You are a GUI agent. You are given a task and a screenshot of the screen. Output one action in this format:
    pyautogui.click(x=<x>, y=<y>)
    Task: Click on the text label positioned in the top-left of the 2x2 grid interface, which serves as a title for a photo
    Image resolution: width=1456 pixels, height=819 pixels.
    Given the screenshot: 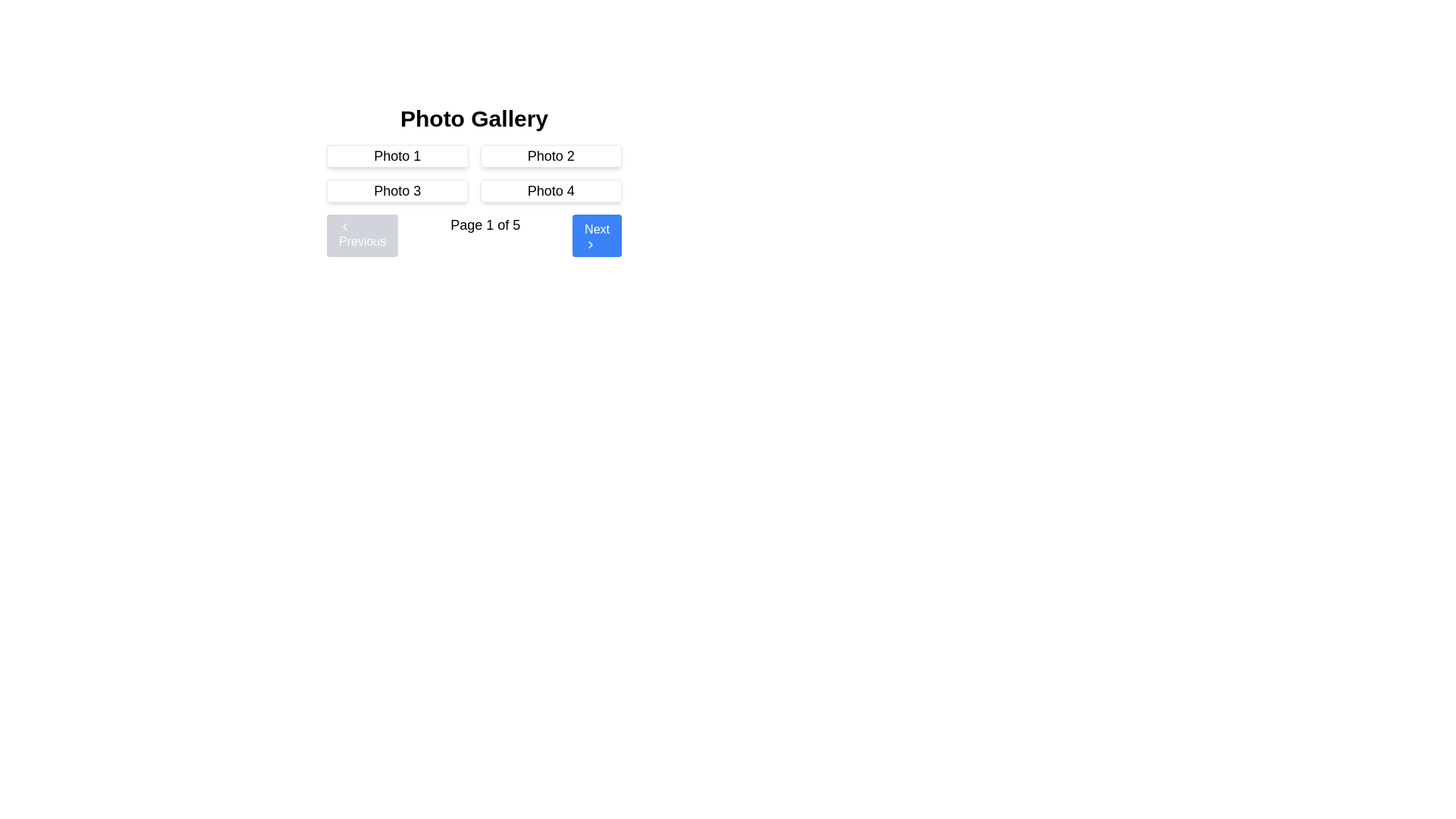 What is the action you would take?
    pyautogui.click(x=397, y=155)
    